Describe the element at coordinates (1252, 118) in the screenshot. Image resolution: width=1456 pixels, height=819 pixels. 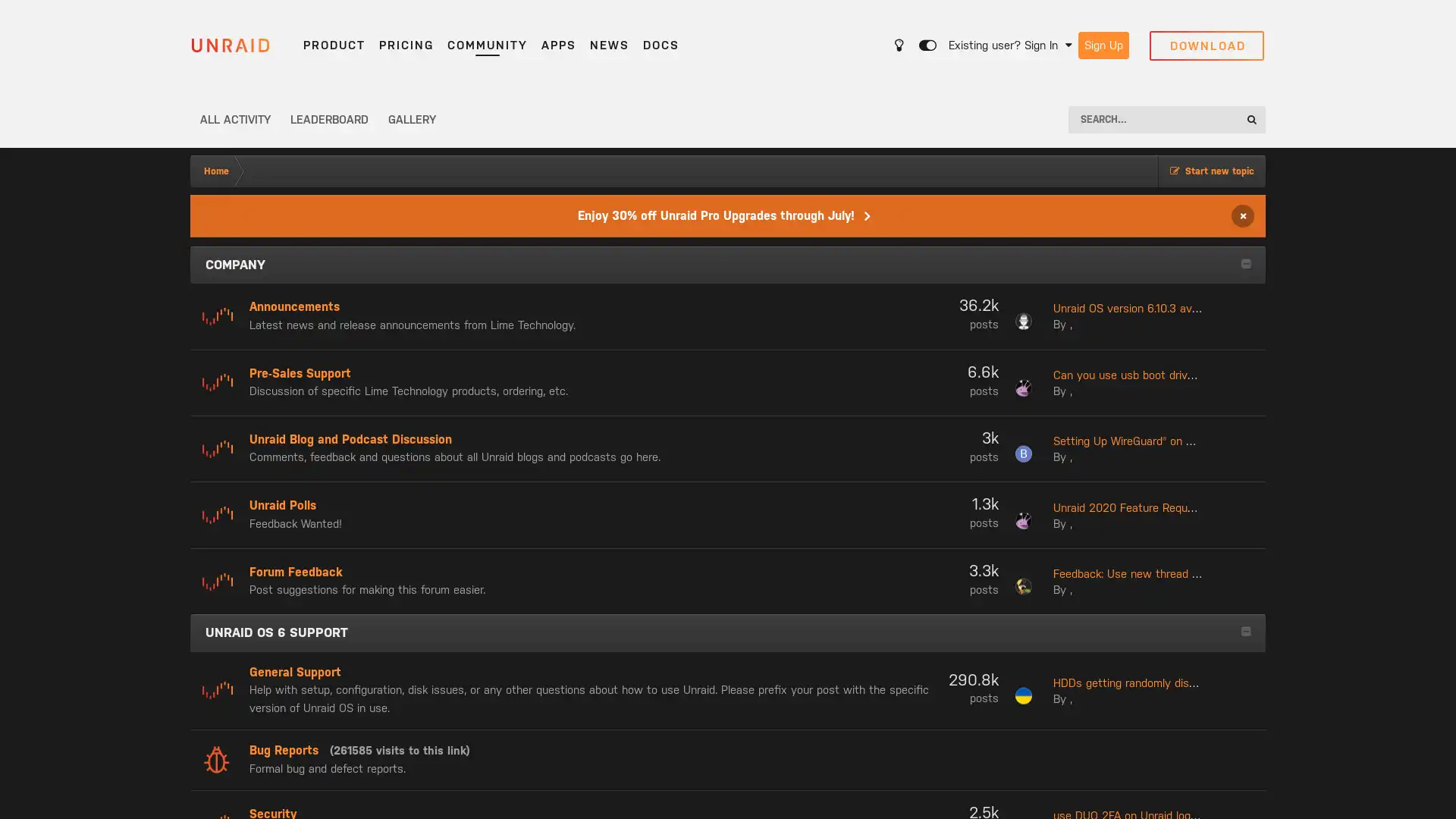
I see `Search` at that location.